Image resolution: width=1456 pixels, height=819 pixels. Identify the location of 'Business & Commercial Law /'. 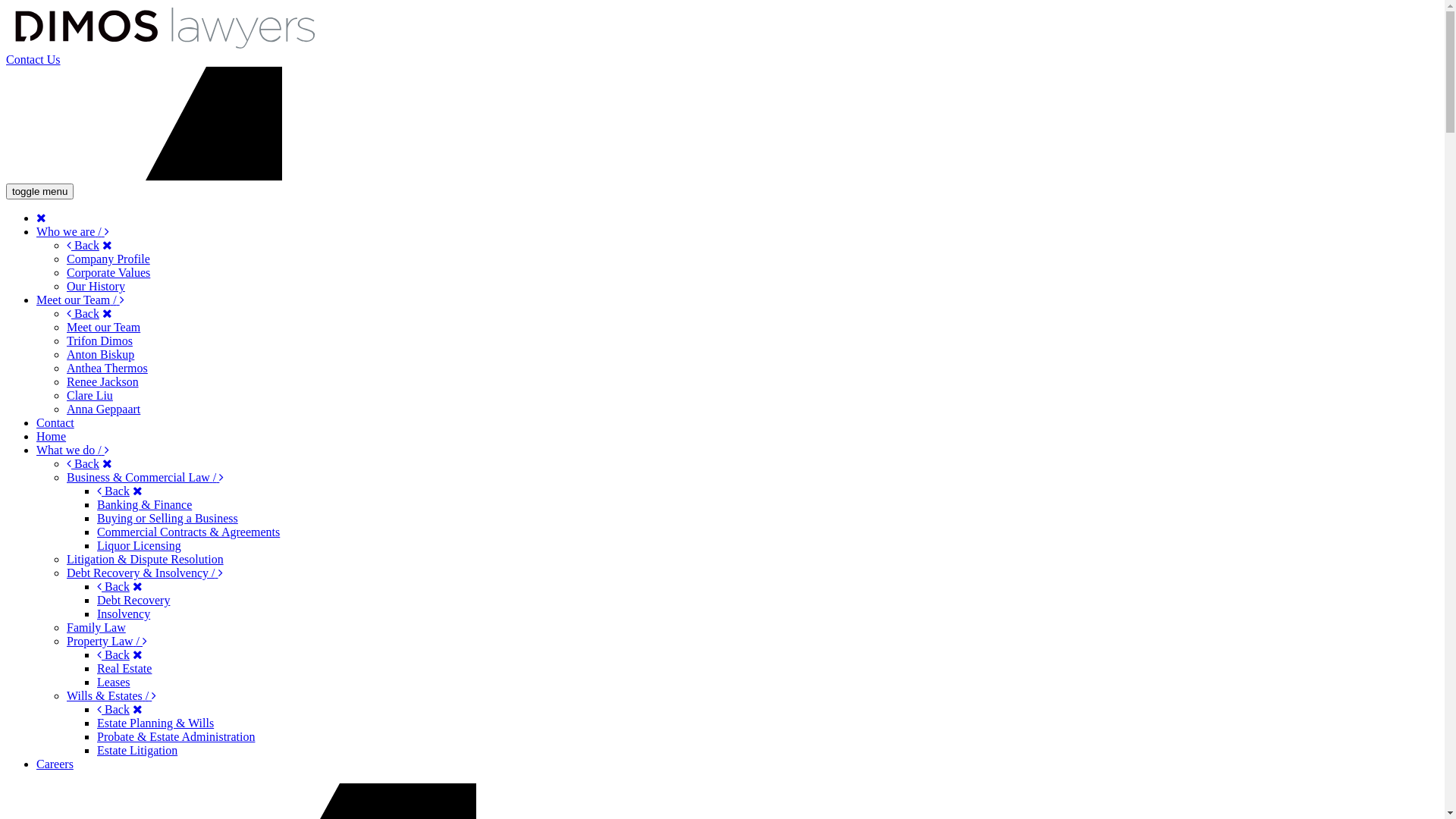
(145, 476).